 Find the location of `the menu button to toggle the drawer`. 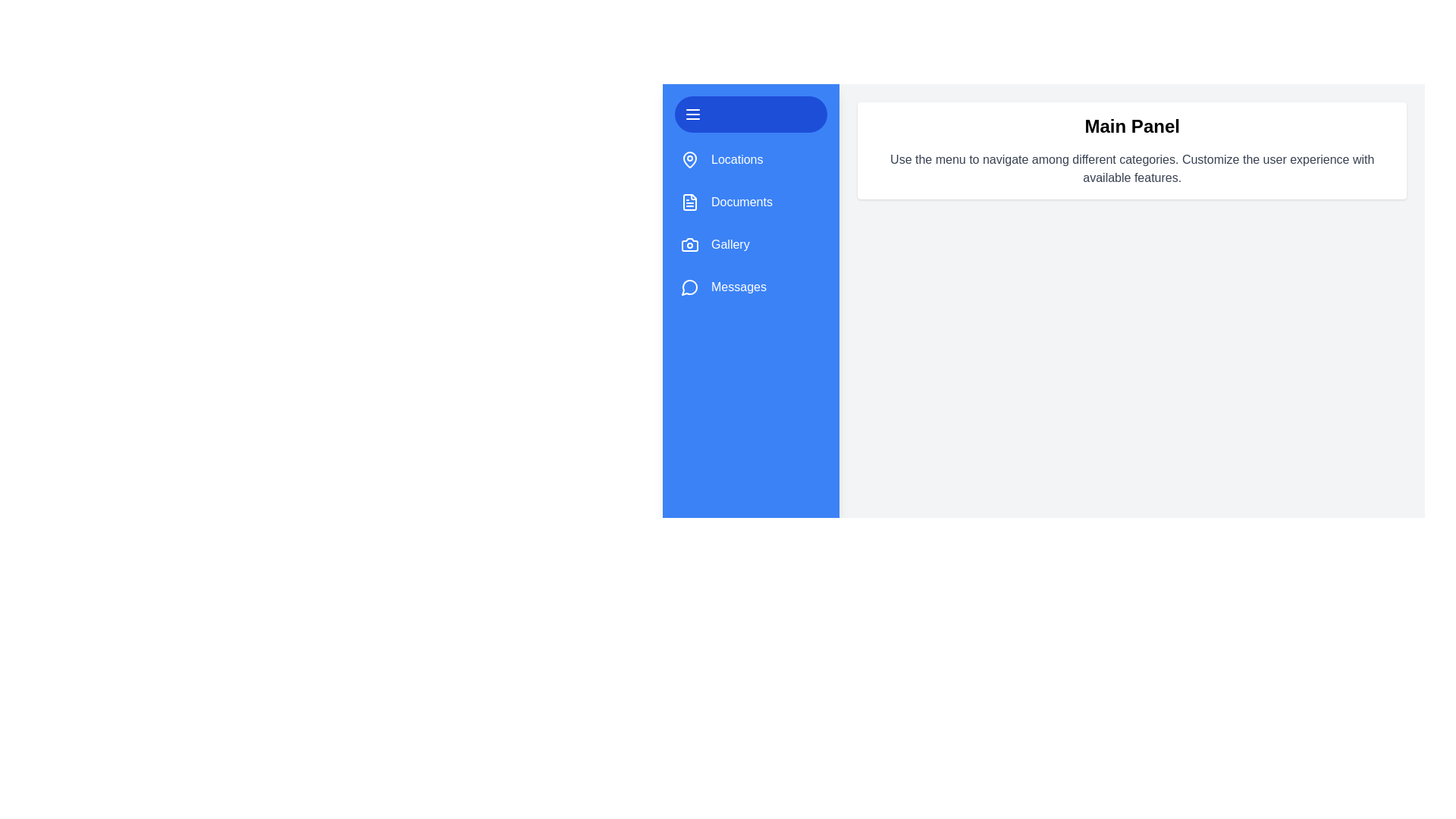

the menu button to toggle the drawer is located at coordinates (750, 113).